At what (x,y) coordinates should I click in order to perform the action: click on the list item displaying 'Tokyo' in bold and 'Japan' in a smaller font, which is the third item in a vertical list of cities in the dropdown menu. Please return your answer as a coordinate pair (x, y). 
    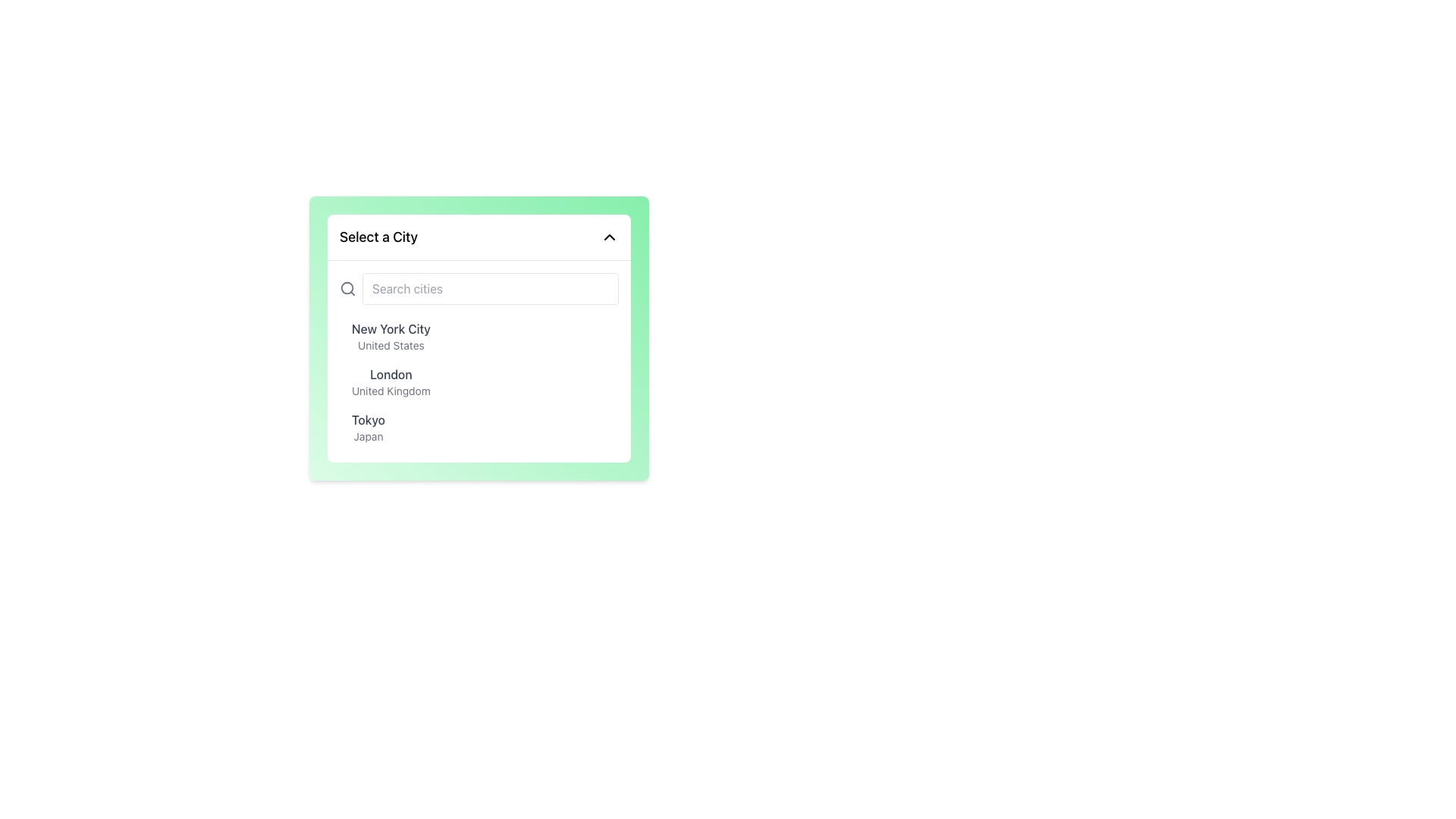
    Looking at the image, I should click on (479, 427).